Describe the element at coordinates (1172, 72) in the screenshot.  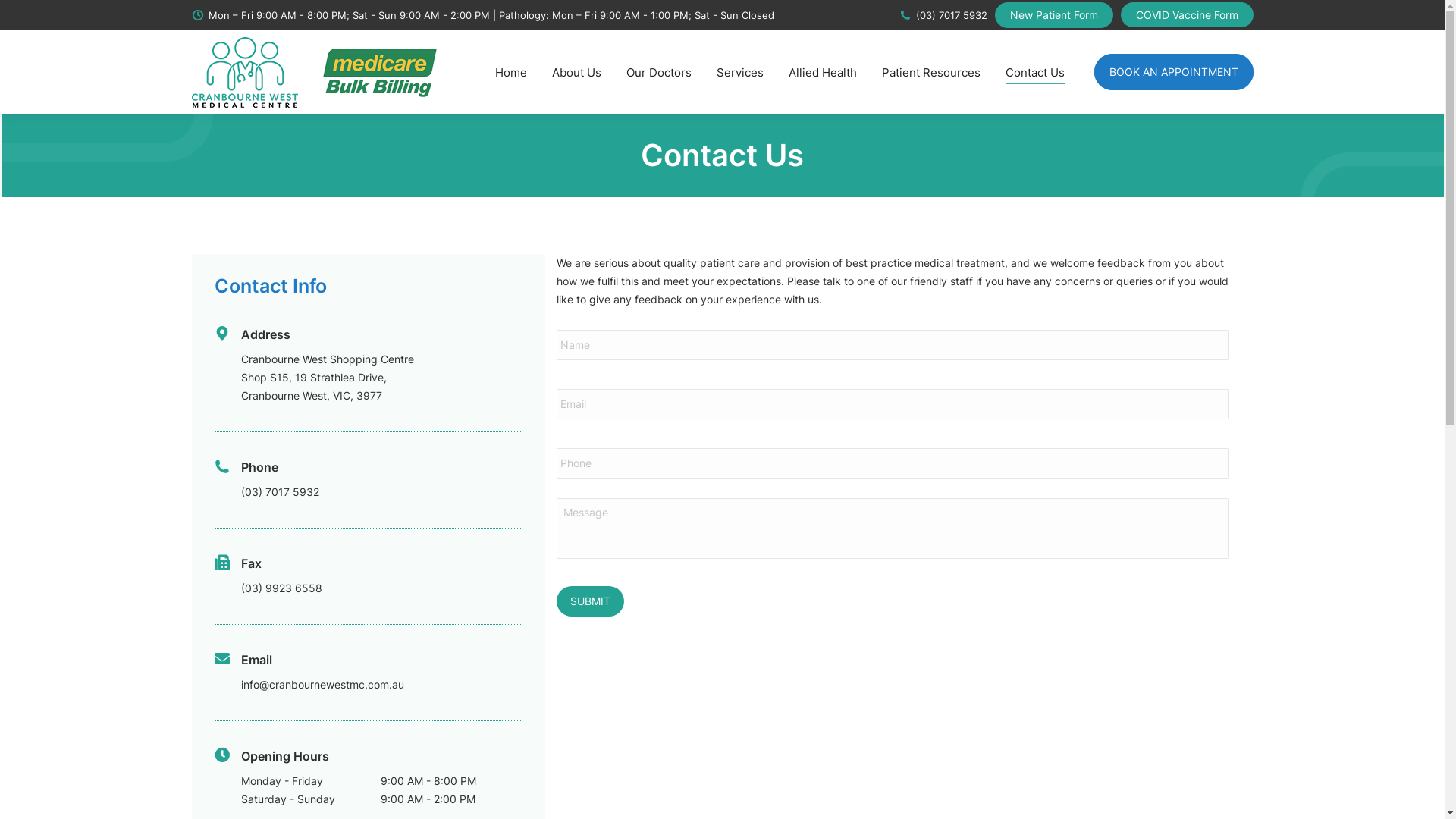
I see `'BOOK AN APPOINTMENT'` at that location.